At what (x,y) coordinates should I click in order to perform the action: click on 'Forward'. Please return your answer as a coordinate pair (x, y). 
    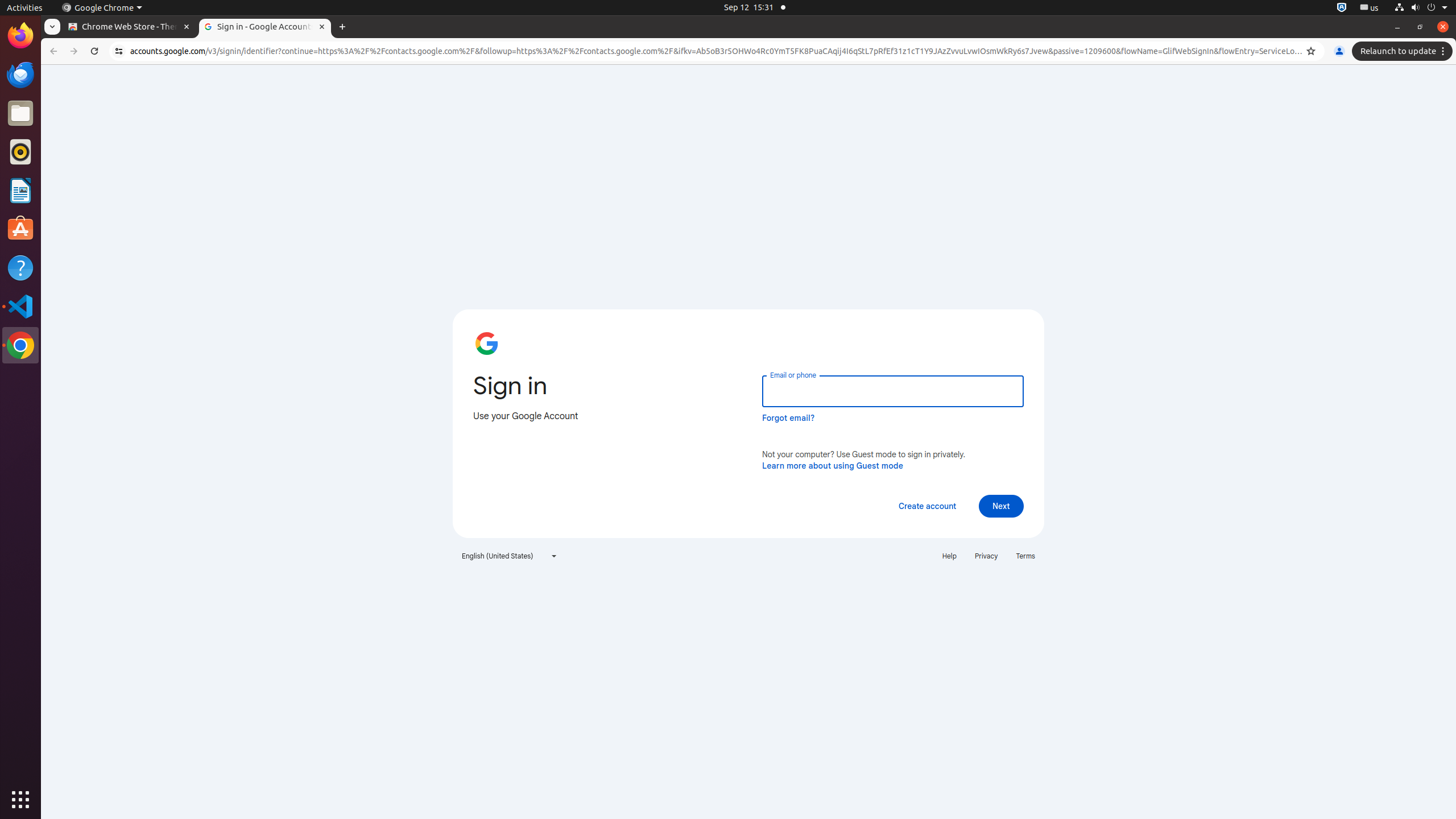
    Looking at the image, I should click on (74, 51).